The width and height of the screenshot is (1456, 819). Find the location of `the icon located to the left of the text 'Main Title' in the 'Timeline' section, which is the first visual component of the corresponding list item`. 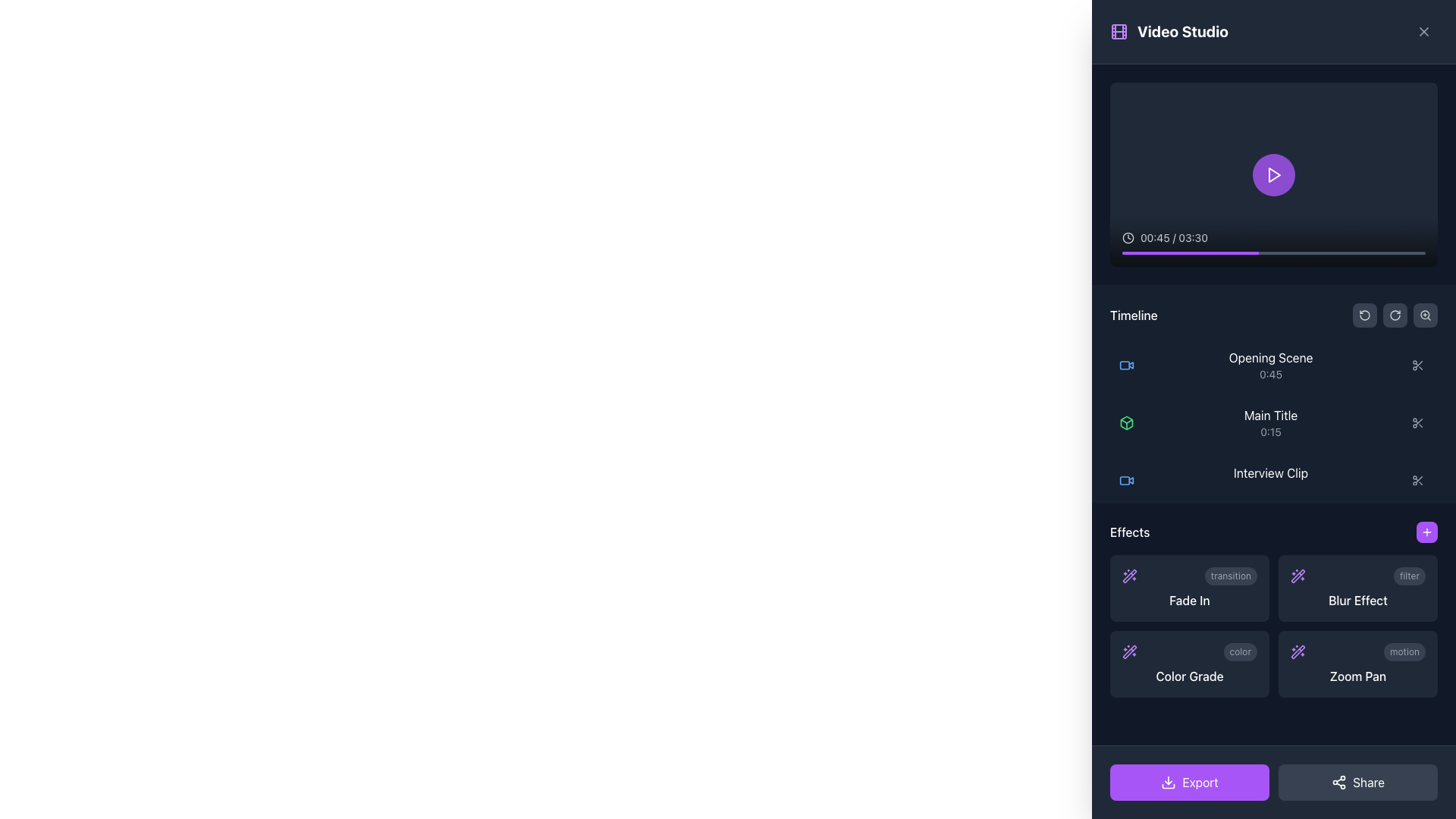

the icon located to the left of the text 'Main Title' in the 'Timeline' section, which is the first visual component of the corresponding list item is located at coordinates (1127, 423).